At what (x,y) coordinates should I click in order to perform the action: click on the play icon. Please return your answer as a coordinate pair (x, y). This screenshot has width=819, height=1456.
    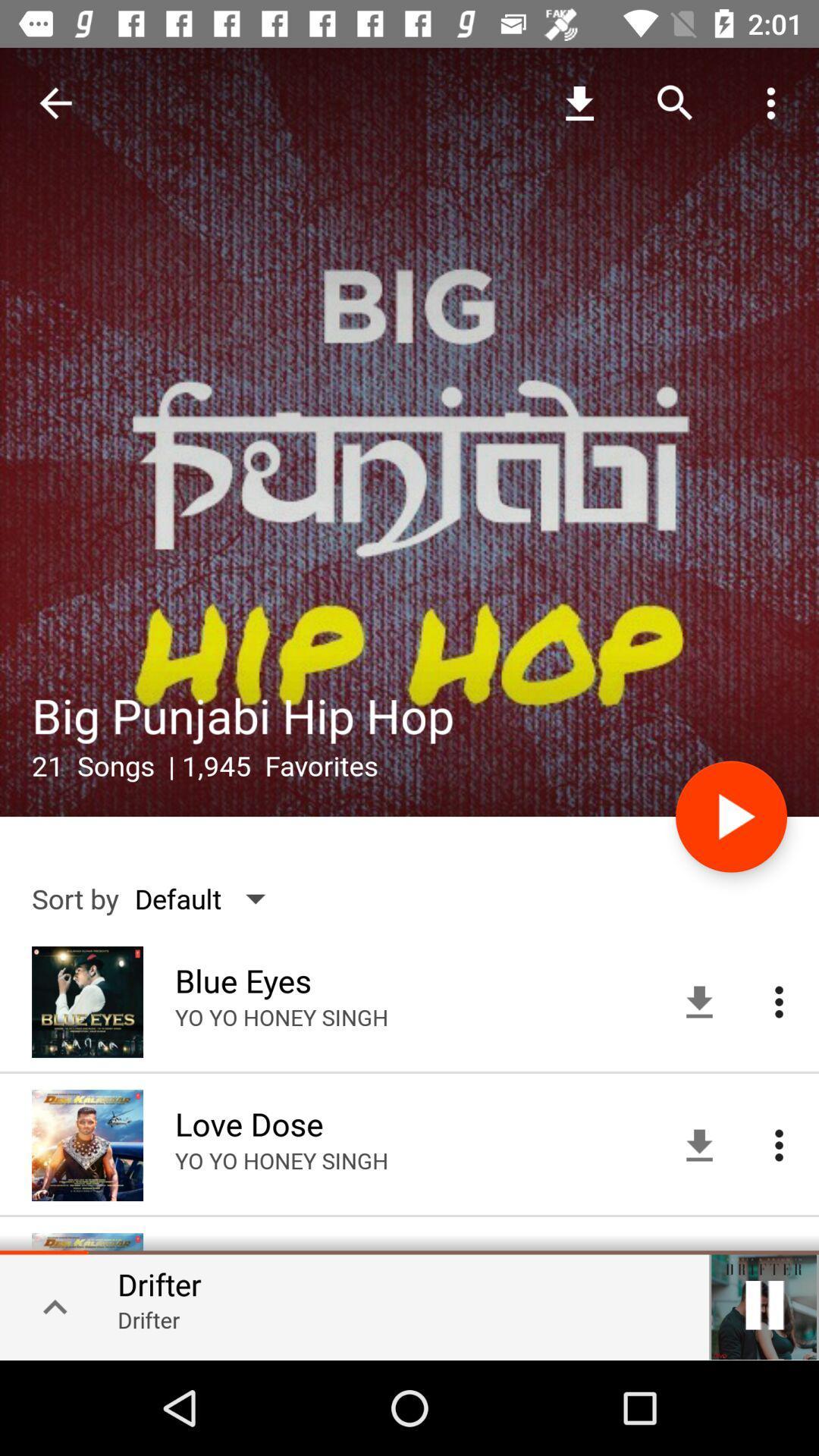
    Looking at the image, I should click on (730, 815).